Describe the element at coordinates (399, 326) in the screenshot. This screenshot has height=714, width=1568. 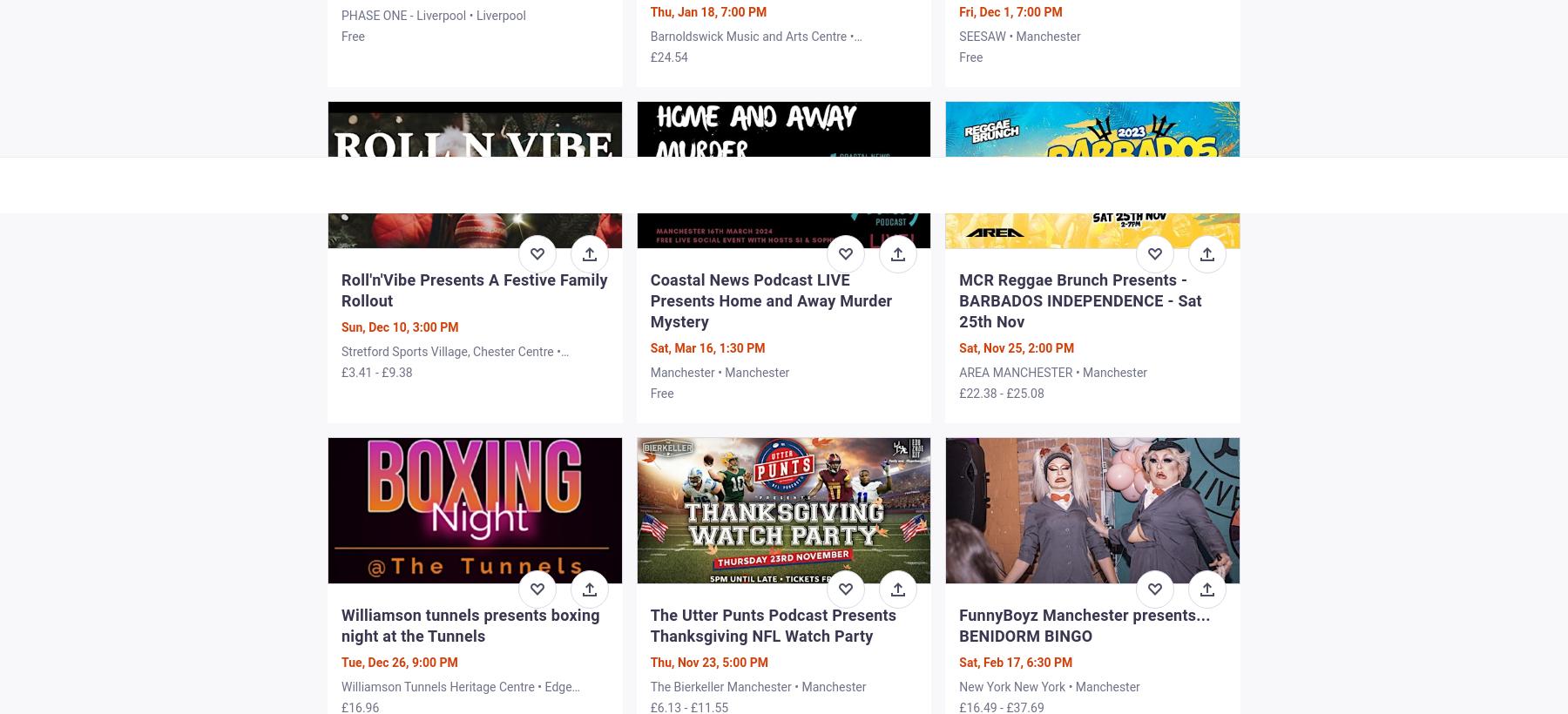
I see `'Sun, Dec 10, 3:00 PM'` at that location.